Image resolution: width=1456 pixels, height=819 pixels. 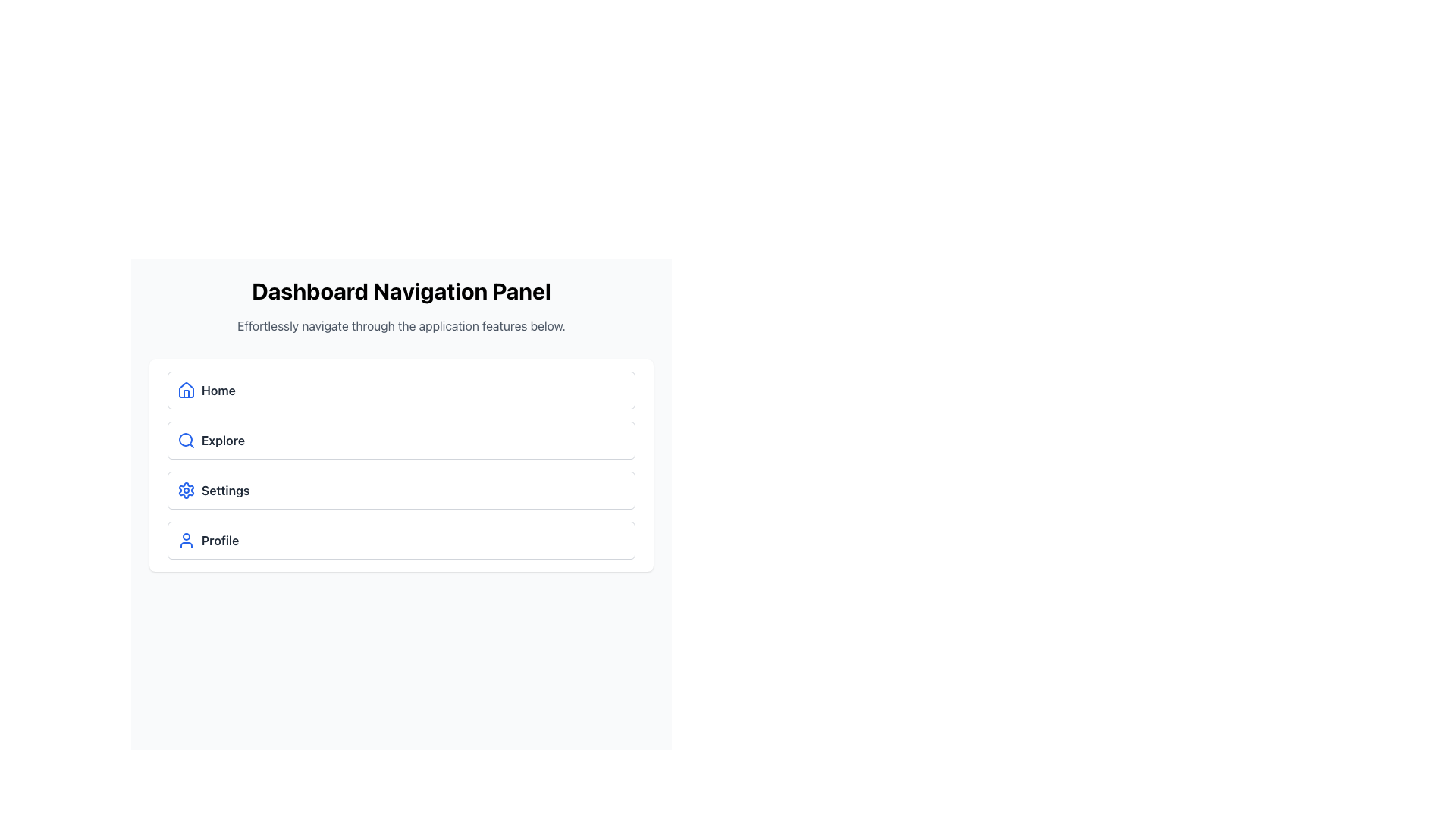 What do you see at coordinates (185, 491) in the screenshot?
I see `the blue circular gear icon representing the settings function in the 'Settings' row` at bounding box center [185, 491].